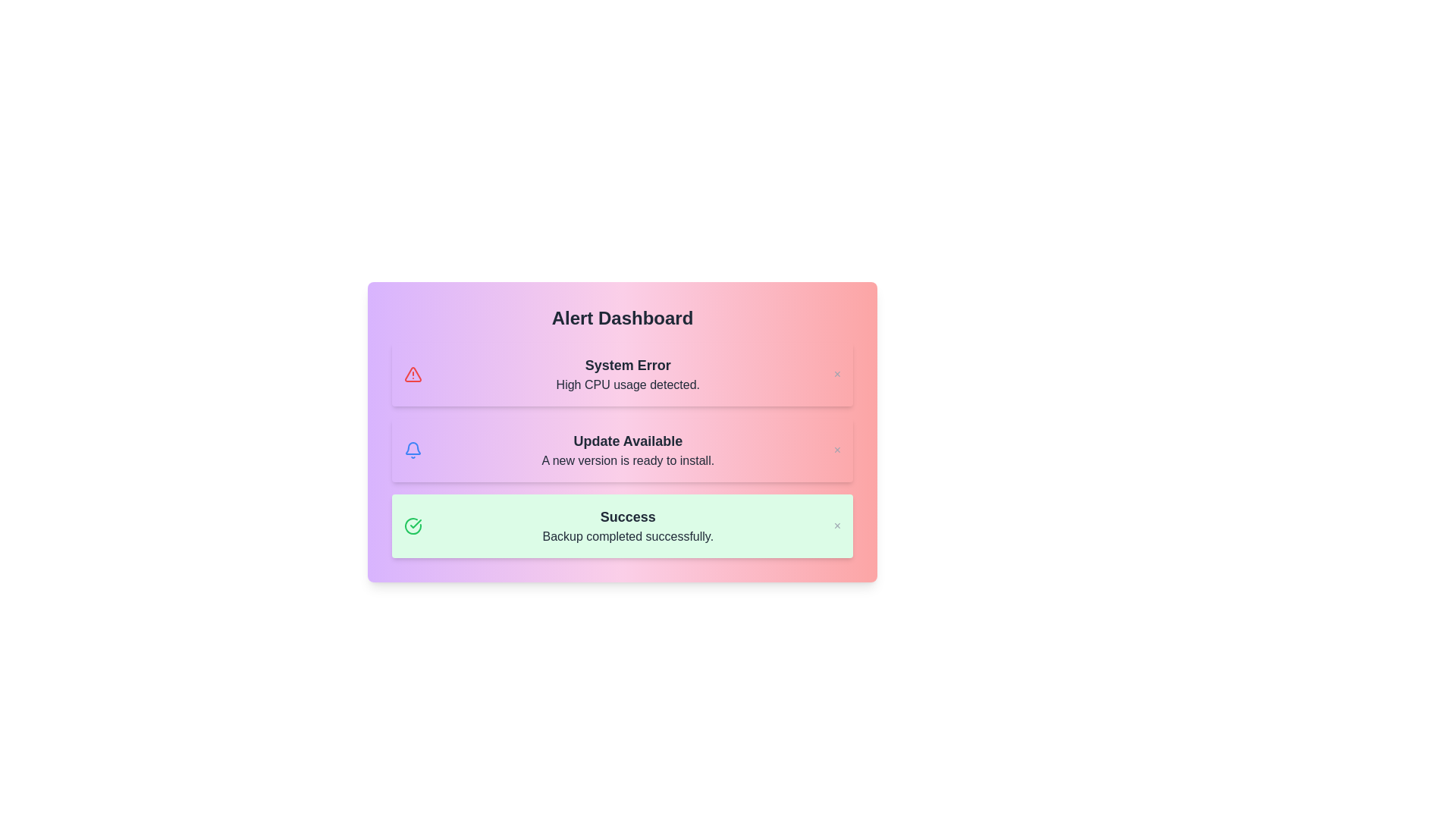  What do you see at coordinates (836, 450) in the screenshot?
I see `the close button to dismiss the notification with title 'Update Available'` at bounding box center [836, 450].